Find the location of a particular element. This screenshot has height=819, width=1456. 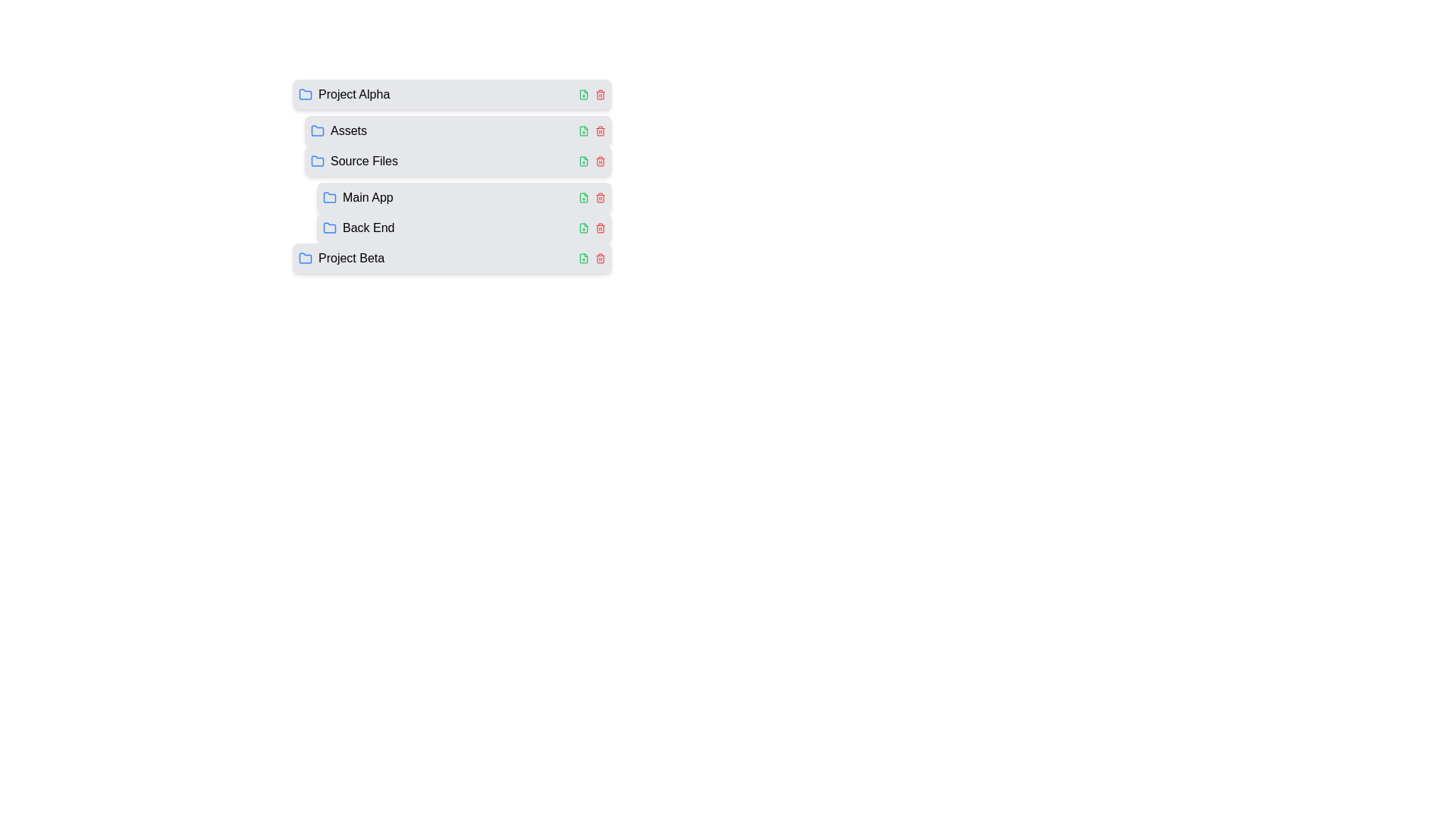

the 'Assets' text label, which identifies the section in the hierarchical interface located below 'Project Alpha' and above 'Source Files', to the right of the blue folder icon is located at coordinates (348, 130).